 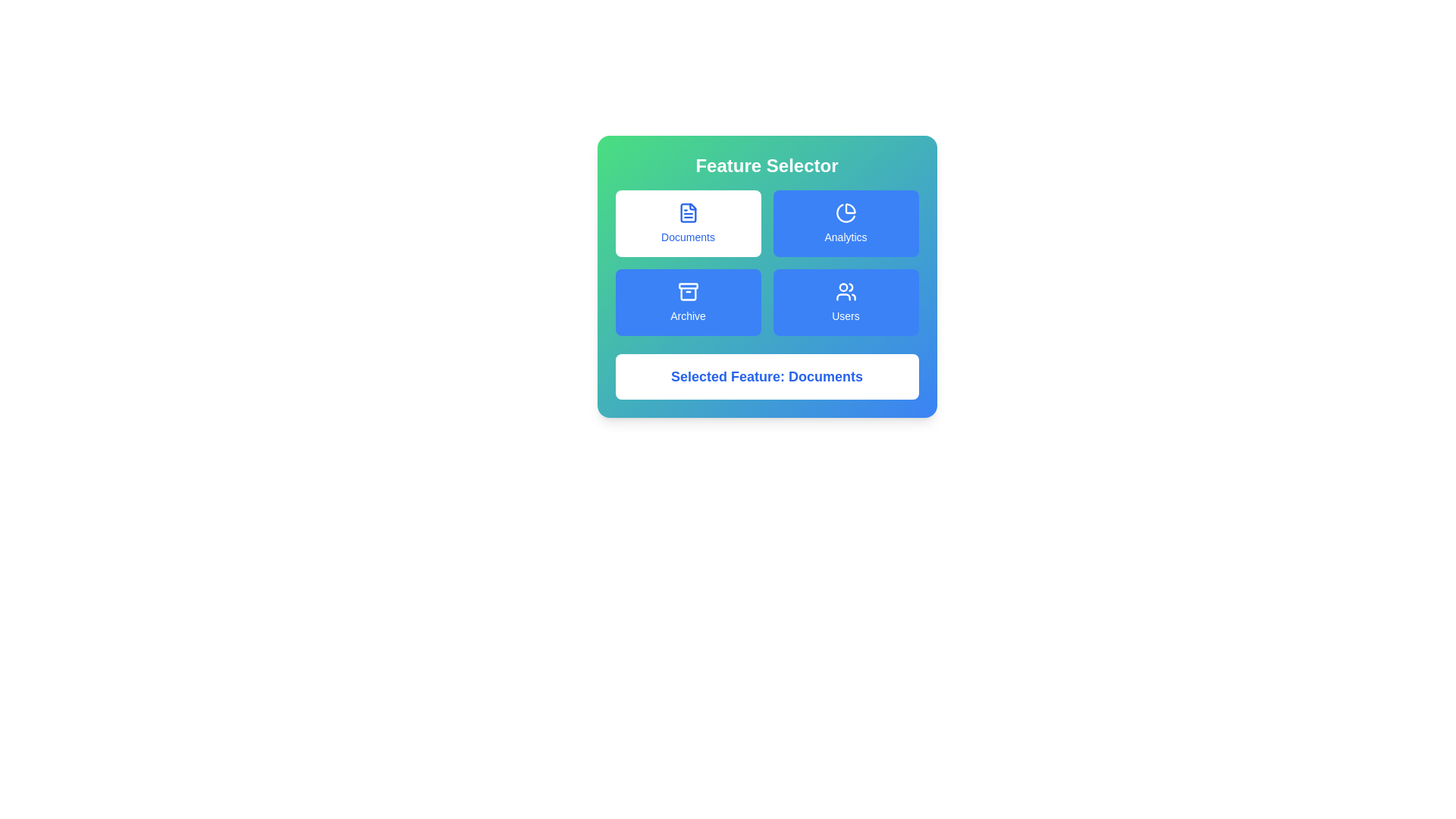 What do you see at coordinates (845, 302) in the screenshot?
I see `the 'Users' button located in the bottom-right slot of the grid` at bounding box center [845, 302].